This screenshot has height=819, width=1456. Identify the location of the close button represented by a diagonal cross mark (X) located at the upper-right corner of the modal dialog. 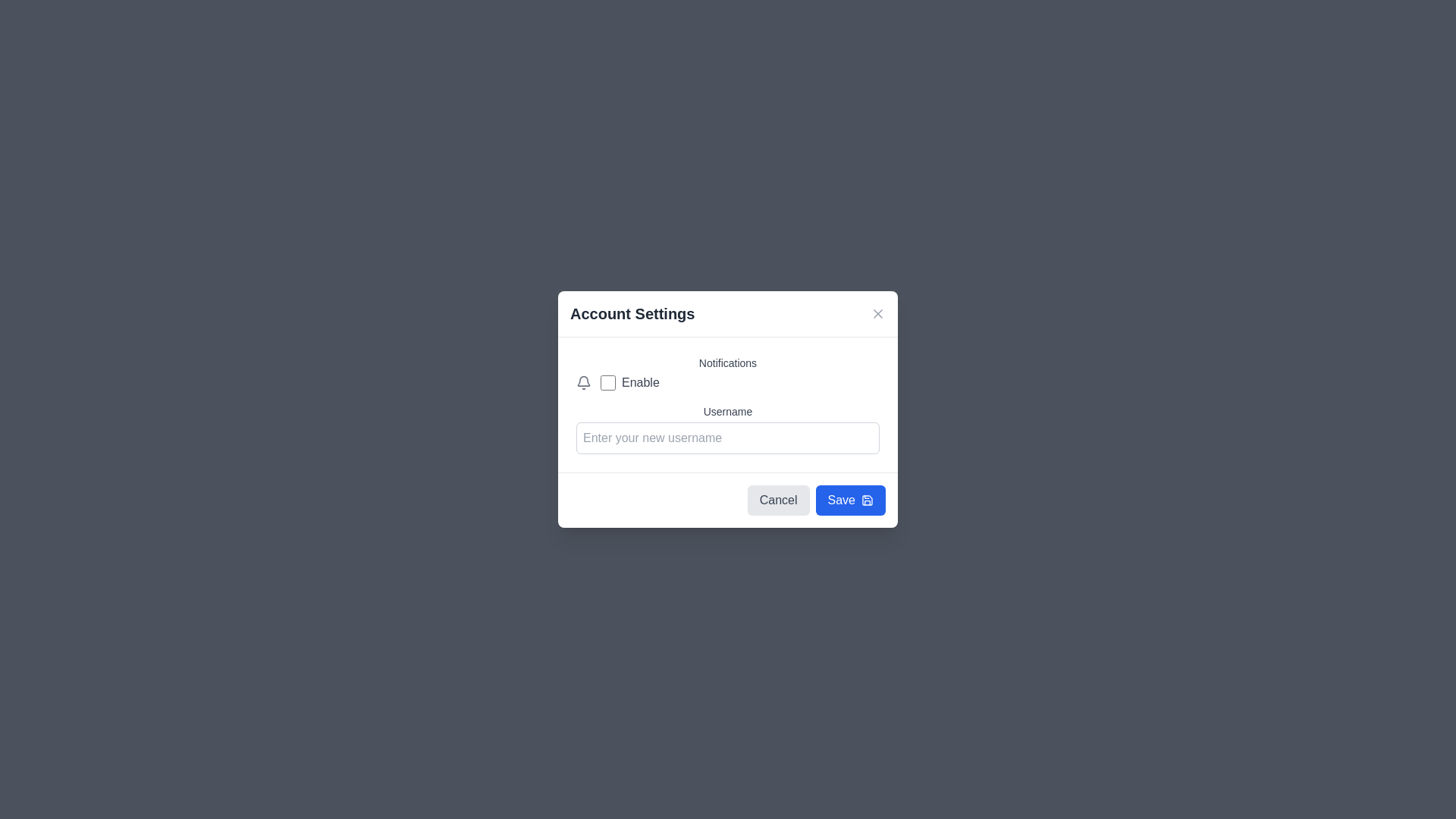
(877, 312).